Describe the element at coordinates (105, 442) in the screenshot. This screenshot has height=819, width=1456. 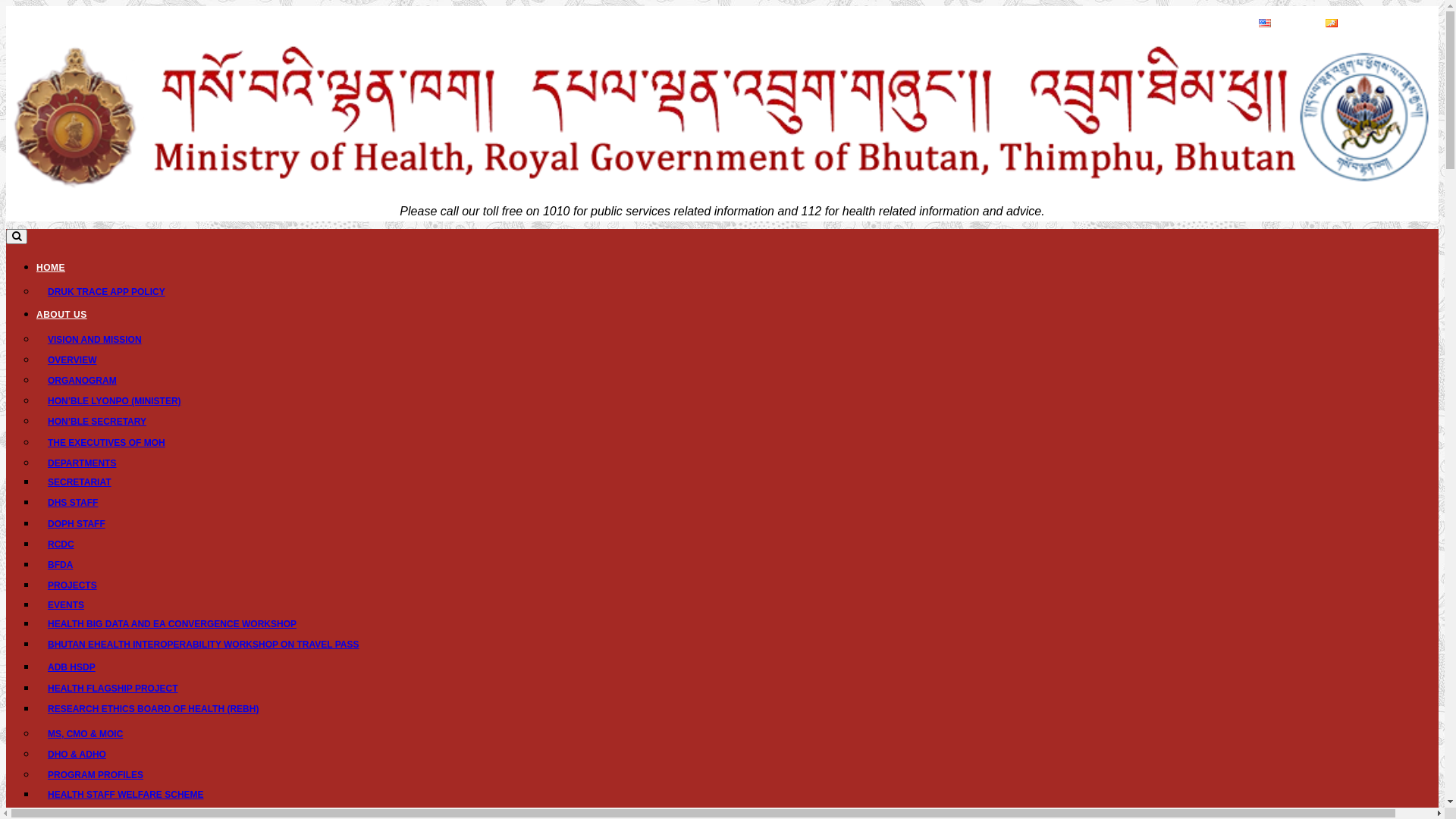
I see `'THE EXECUTIVES OF MOH'` at that location.